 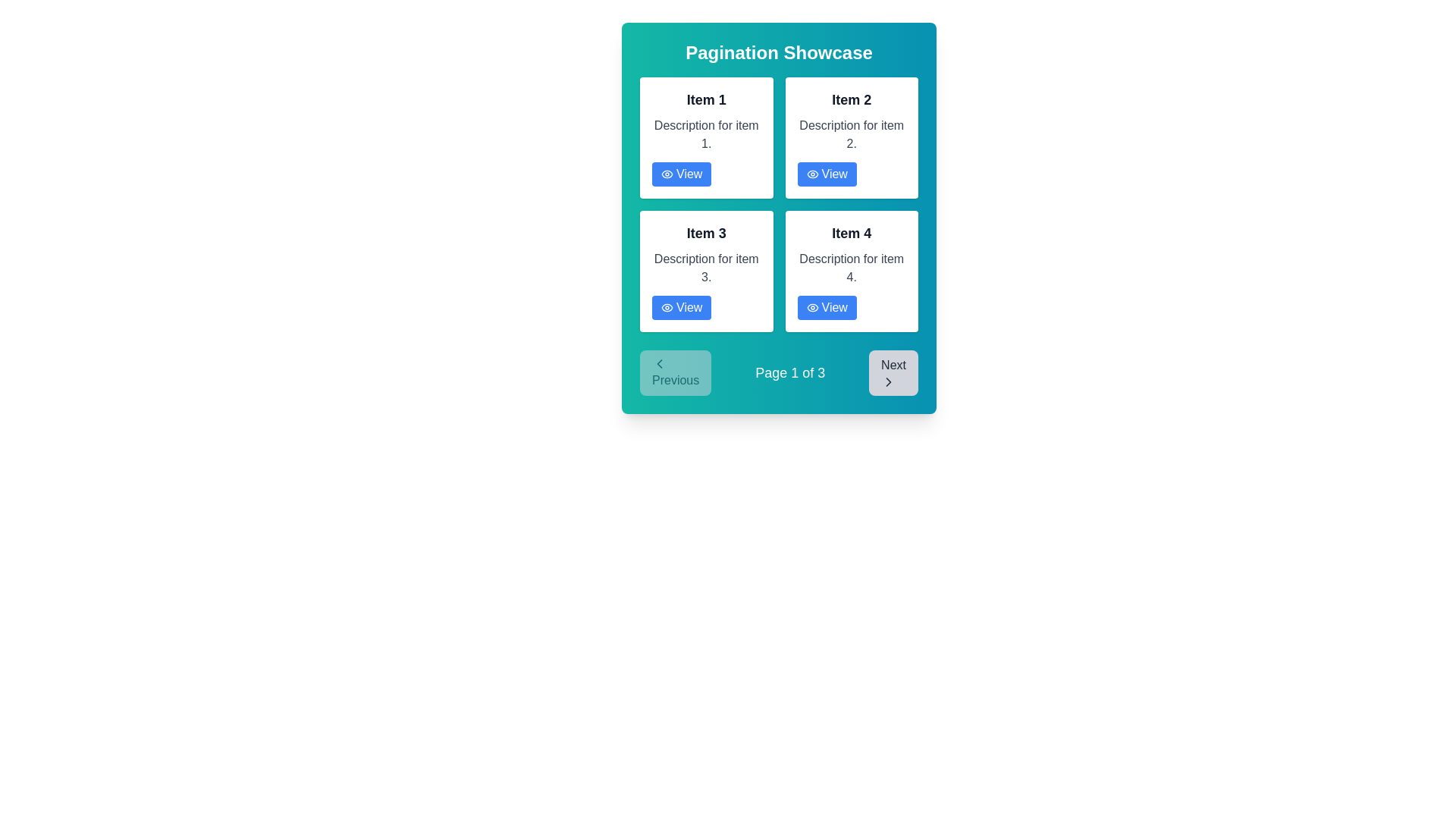 What do you see at coordinates (826, 174) in the screenshot?
I see `the button for 'Item 2'` at bounding box center [826, 174].